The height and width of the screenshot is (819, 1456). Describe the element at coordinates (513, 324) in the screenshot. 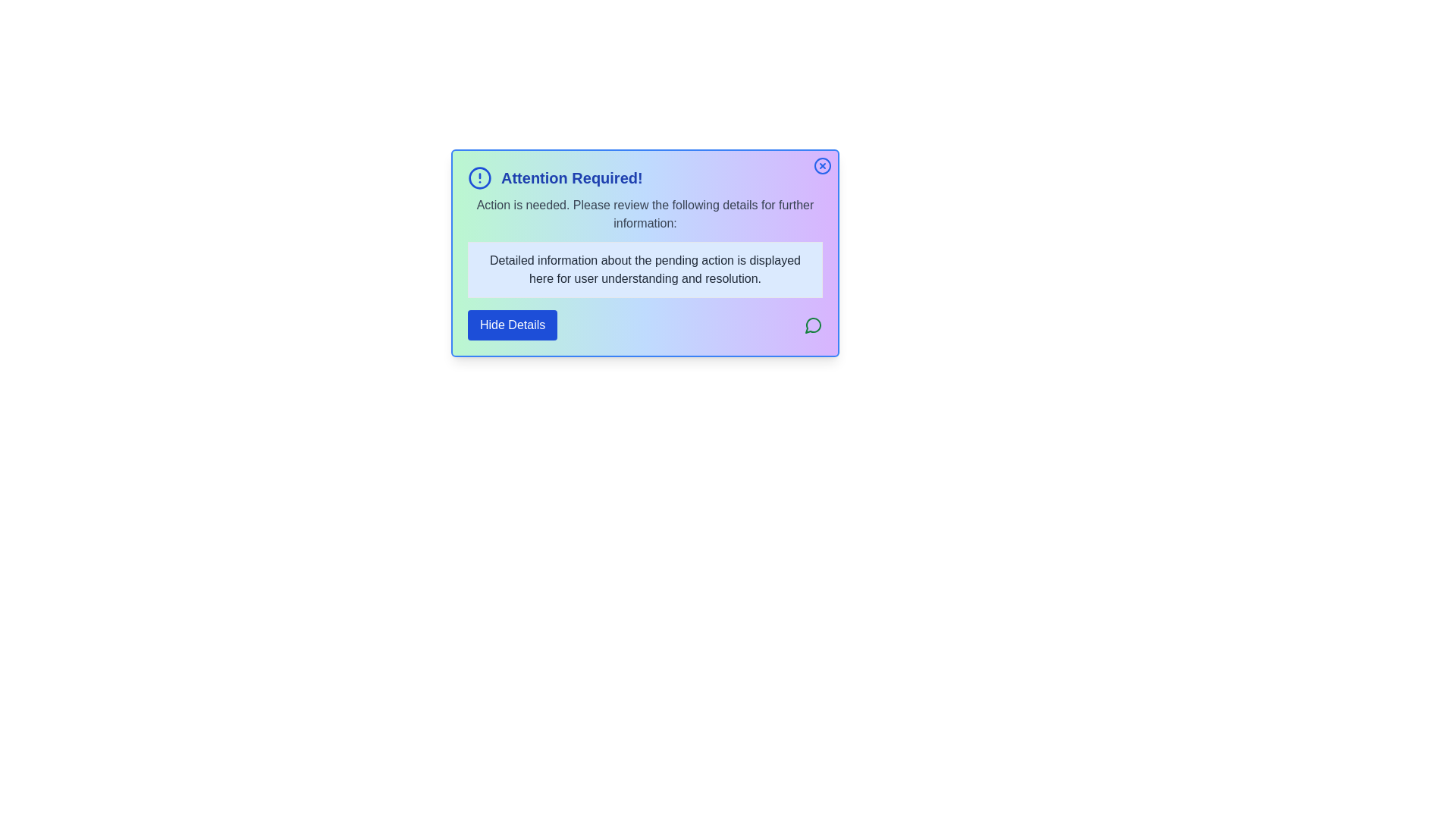

I see `the 'Hide Details' button to toggle the visibility of the detailed information` at that location.